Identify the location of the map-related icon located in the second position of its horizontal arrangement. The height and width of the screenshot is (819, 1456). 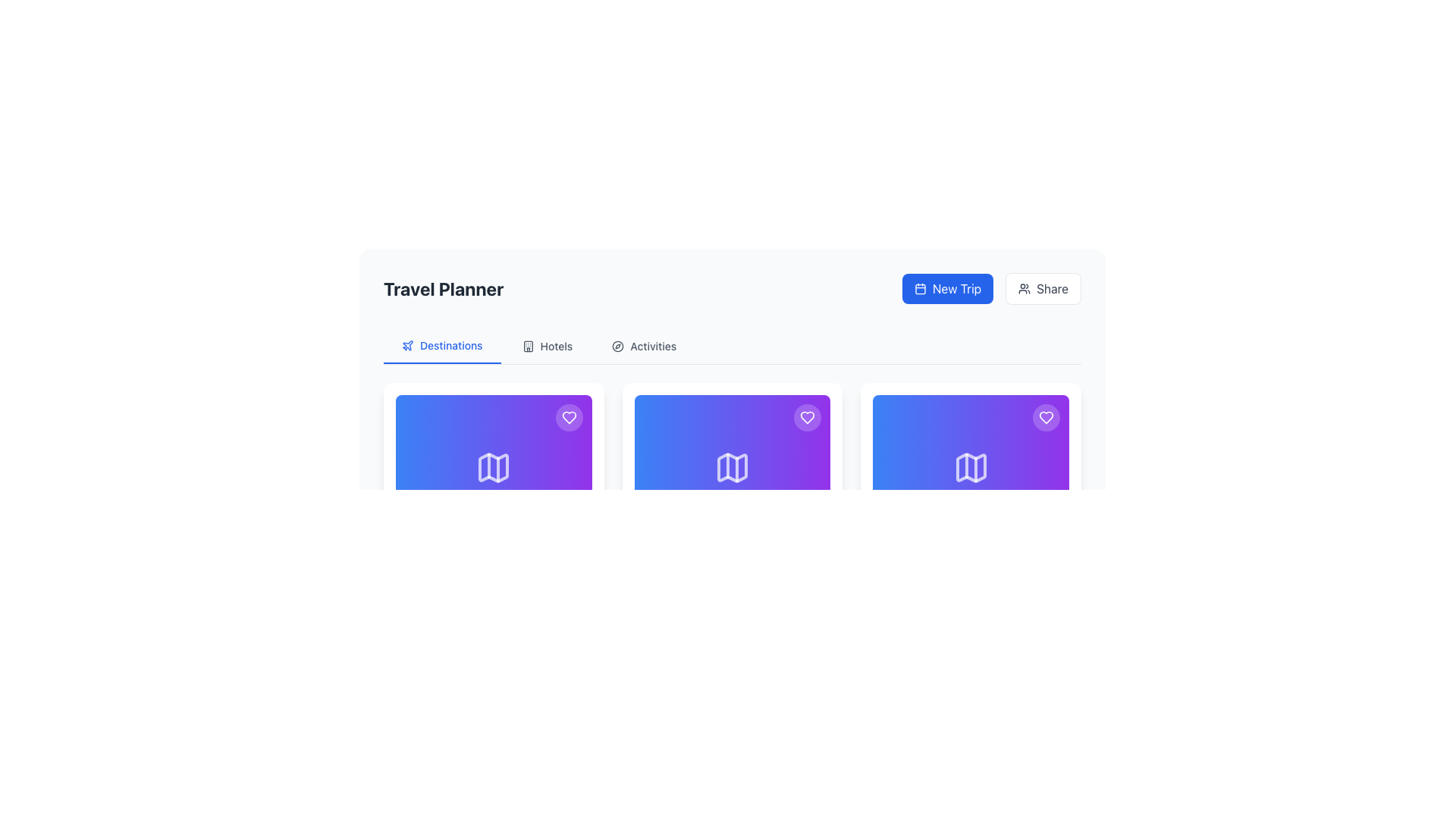
(732, 467).